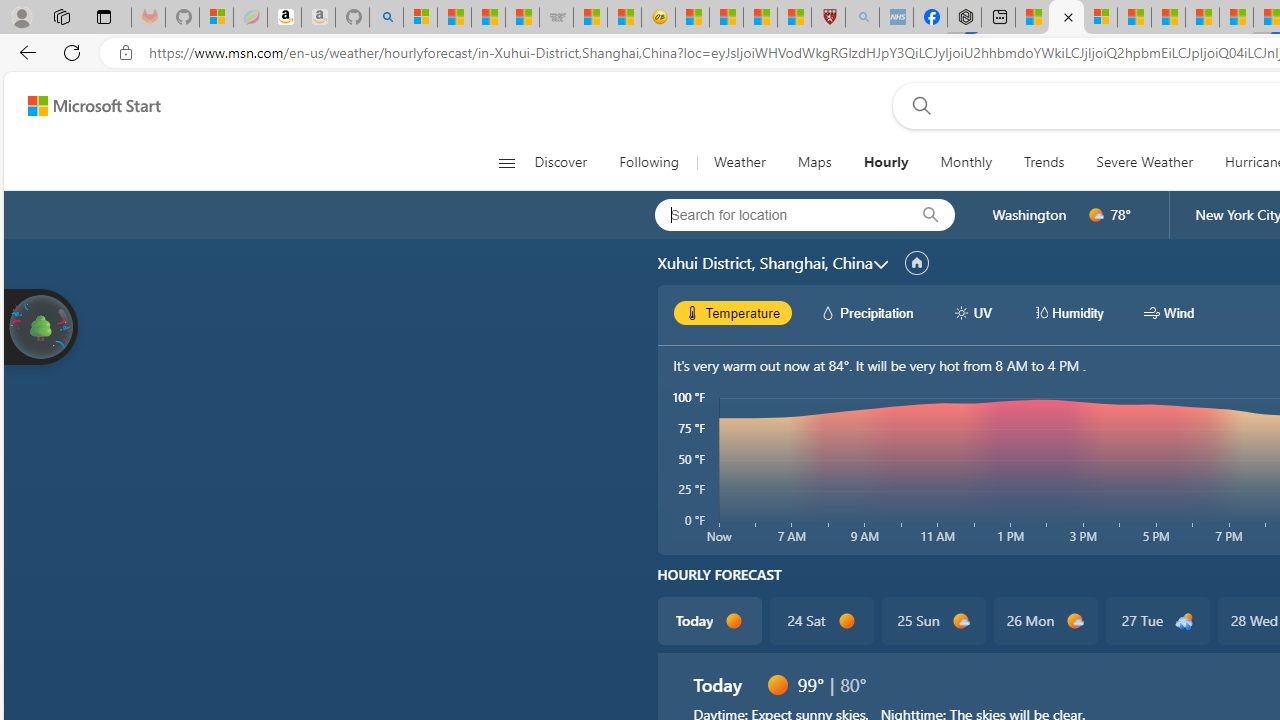 This screenshot has width=1280, height=720. What do you see at coordinates (732, 312) in the screenshot?
I see `'hourlyChart/temperatureBlack Temperature'` at bounding box center [732, 312].